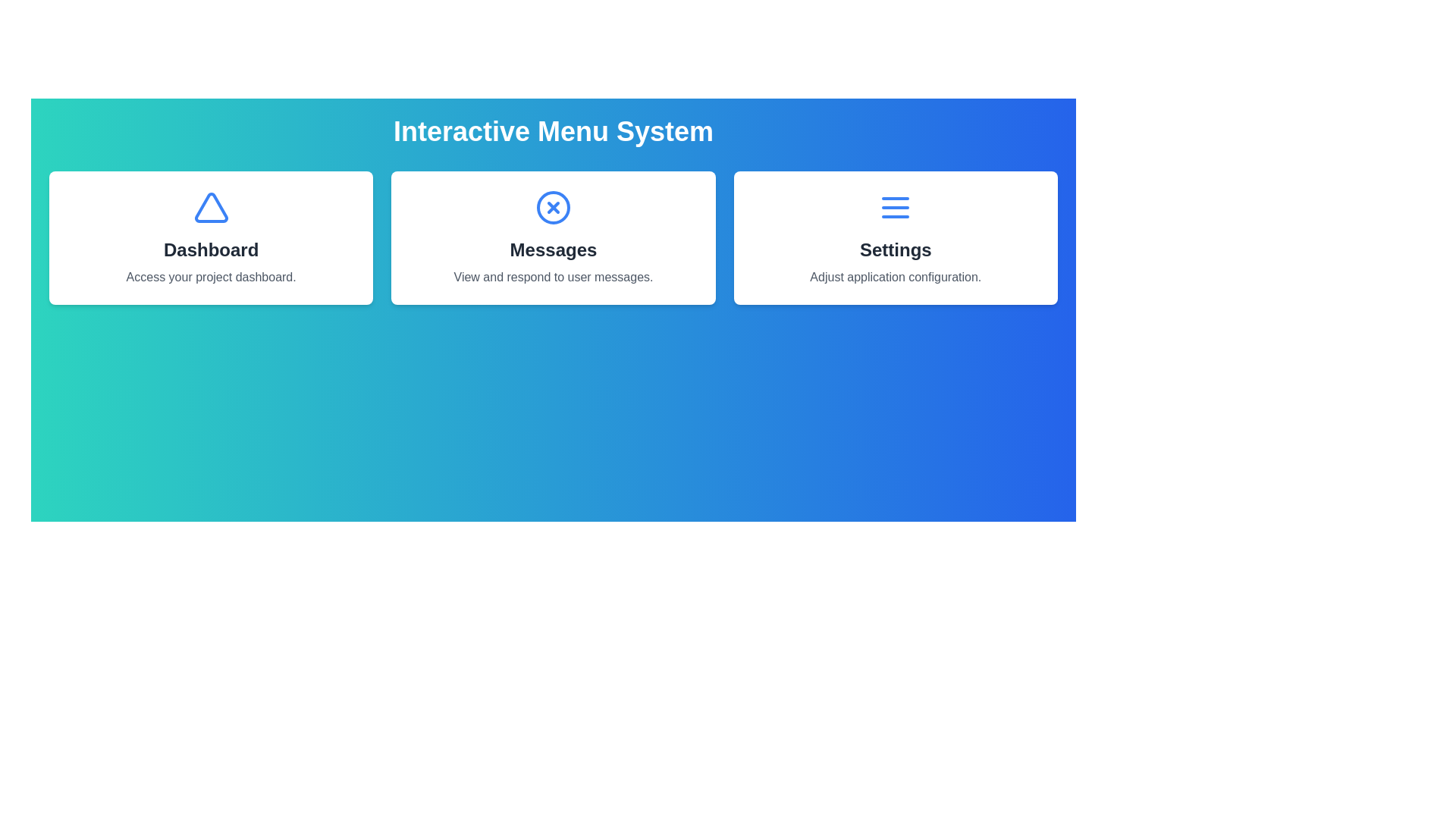  What do you see at coordinates (210, 207) in the screenshot?
I see `the Dashboard icon located in the leftmost card of three horizontally aligned cards, positioned above the text labels and centered in the card's top section` at bounding box center [210, 207].